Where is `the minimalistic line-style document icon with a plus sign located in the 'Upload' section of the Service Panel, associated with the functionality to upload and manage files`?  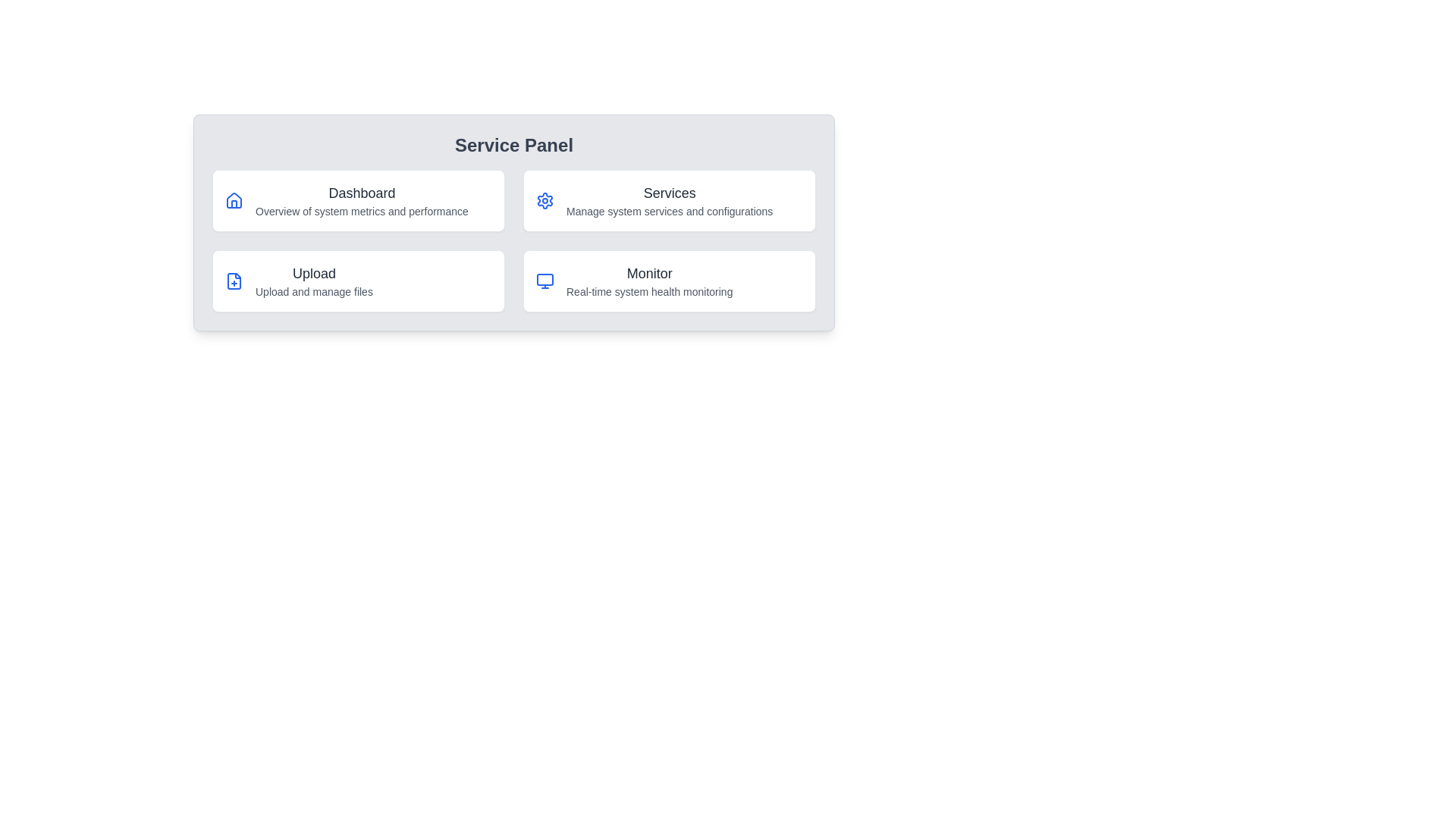
the minimalistic line-style document icon with a plus sign located in the 'Upload' section of the Service Panel, associated with the functionality to upload and manage files is located at coordinates (233, 281).